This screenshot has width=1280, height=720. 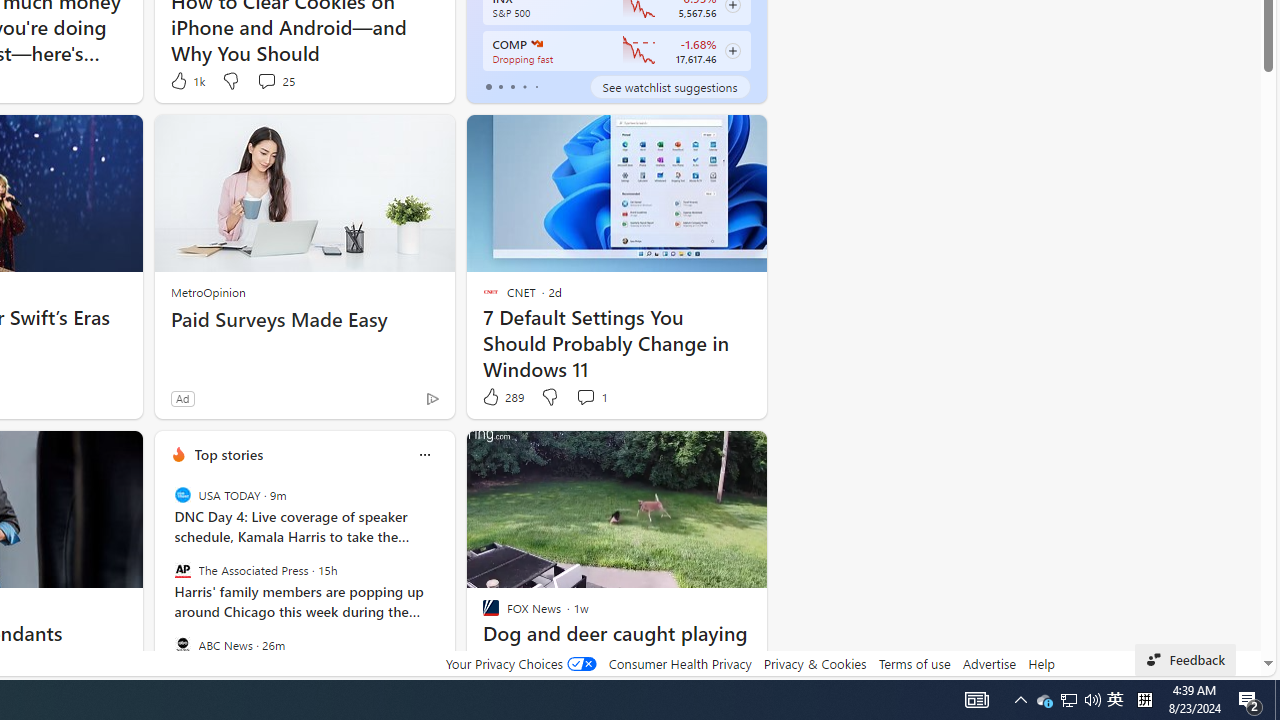 I want to click on 'MetroOpinion', so click(x=208, y=291).